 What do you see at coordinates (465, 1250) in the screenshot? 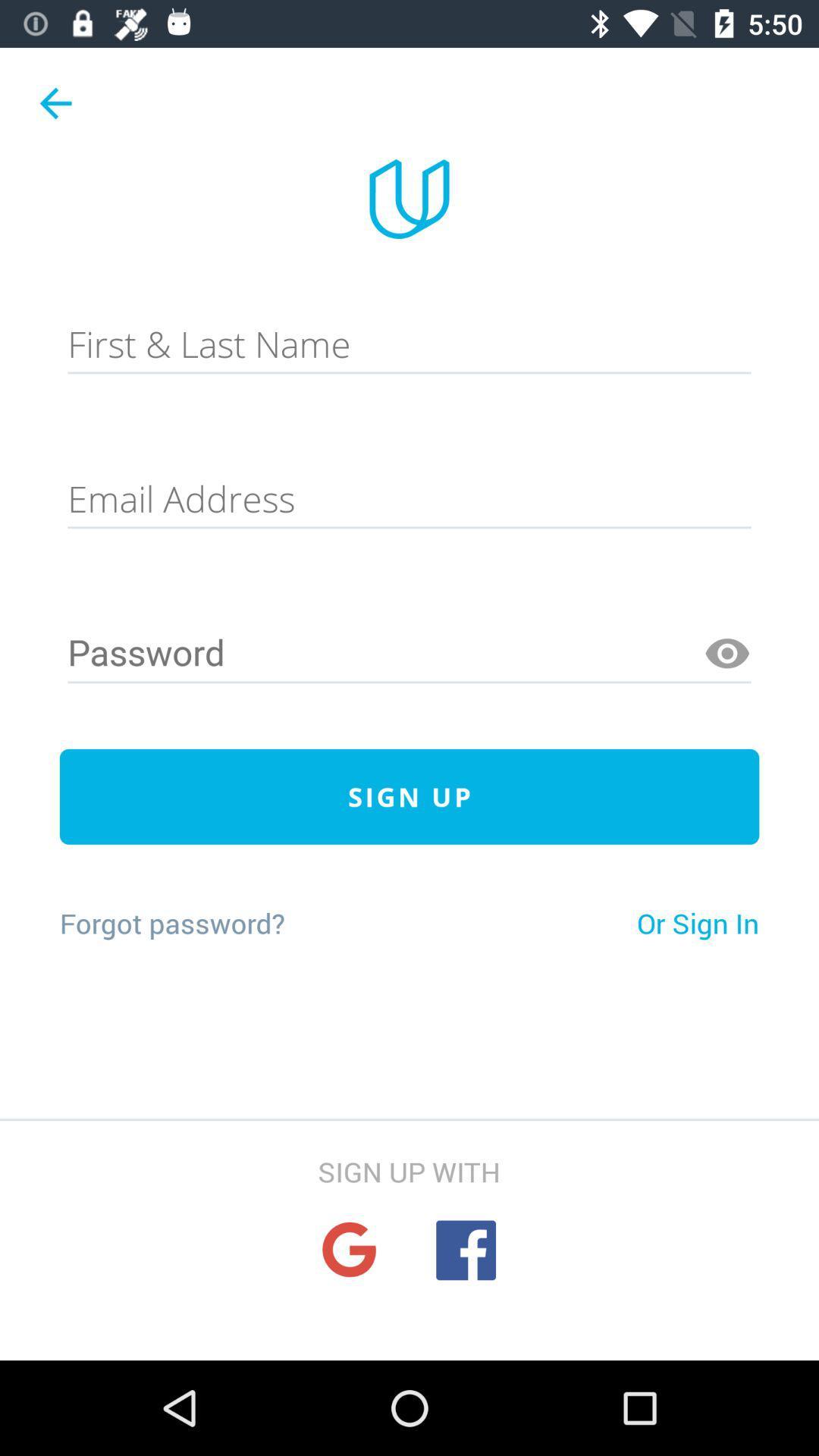
I see `open facebook` at bounding box center [465, 1250].